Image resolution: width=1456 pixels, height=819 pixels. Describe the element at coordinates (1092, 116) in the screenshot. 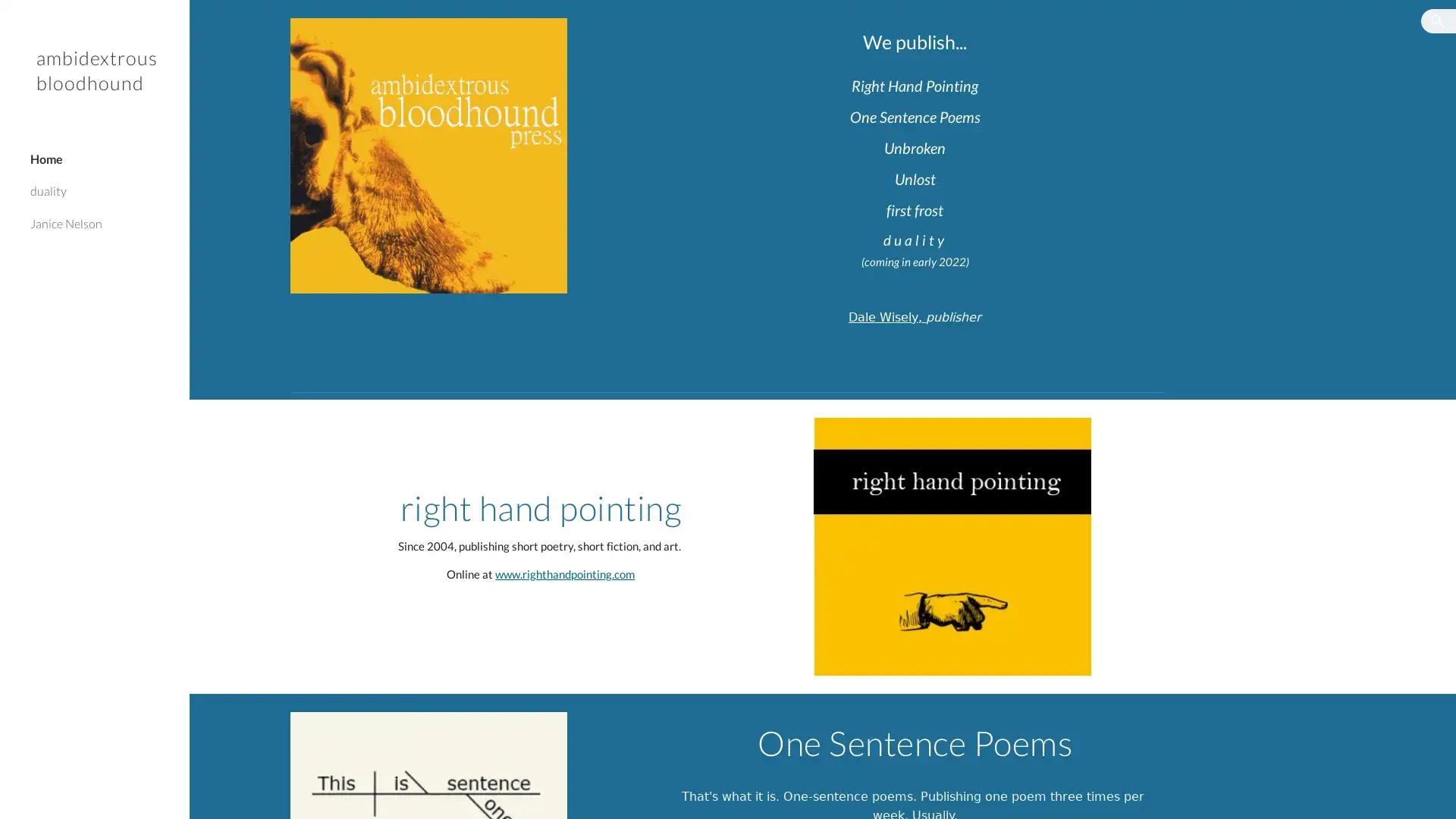

I see `Copy heading link` at that location.